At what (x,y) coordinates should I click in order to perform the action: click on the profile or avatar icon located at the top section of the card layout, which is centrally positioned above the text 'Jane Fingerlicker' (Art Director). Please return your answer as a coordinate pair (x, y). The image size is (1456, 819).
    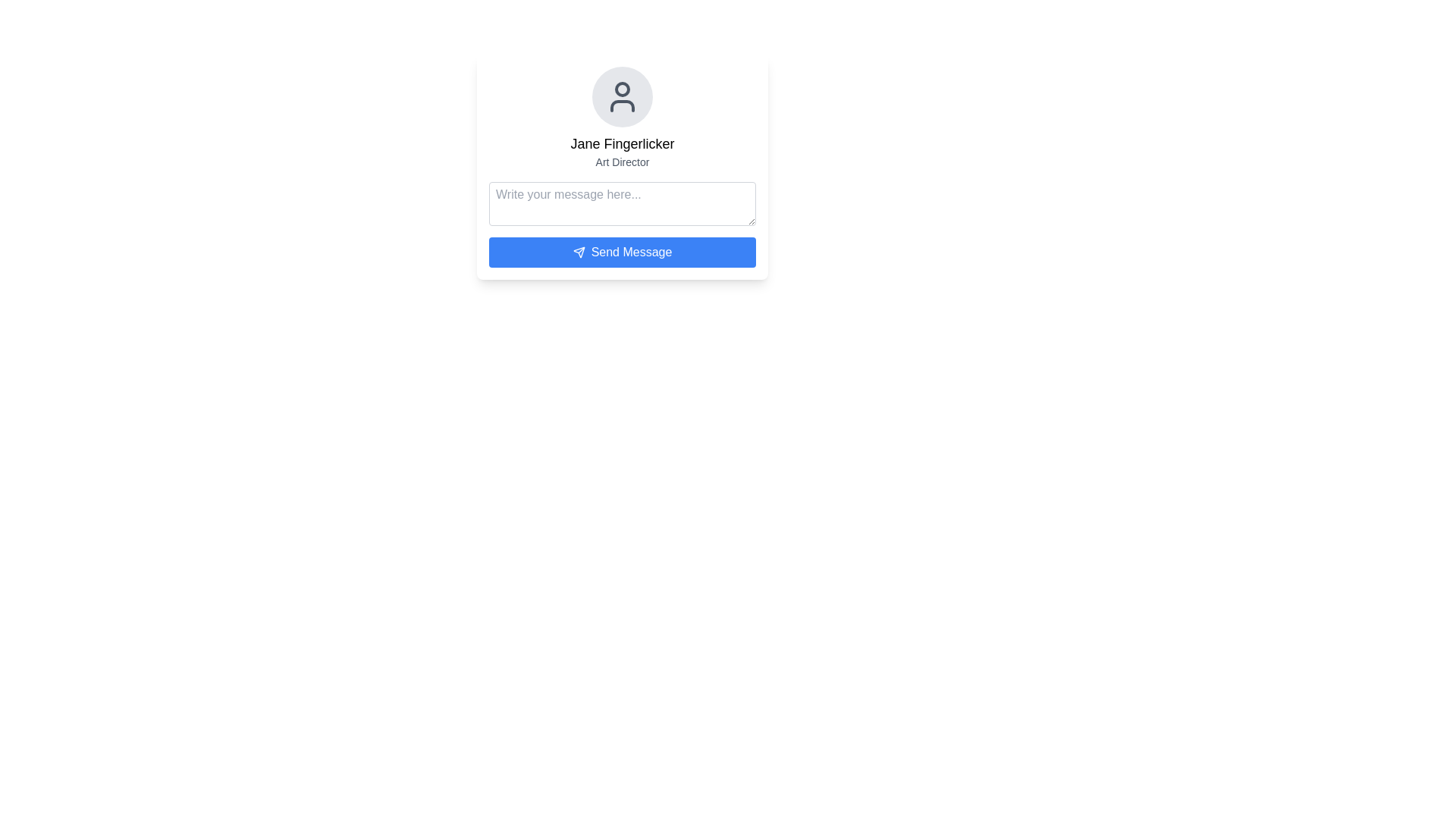
    Looking at the image, I should click on (622, 96).